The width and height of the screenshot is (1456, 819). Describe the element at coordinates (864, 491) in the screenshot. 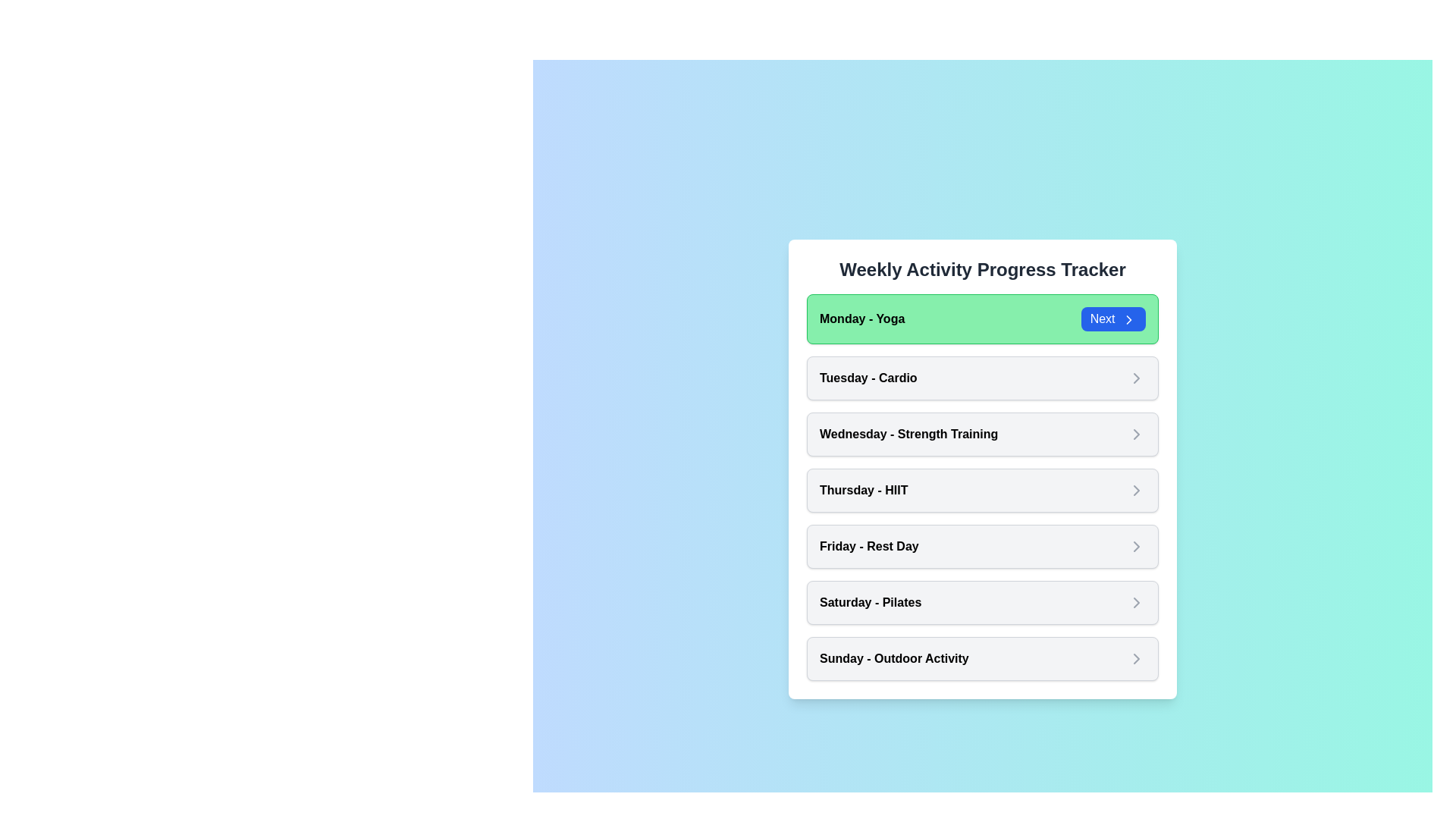

I see `the text label that indicates the scheduled activity for Thursday, which is 'HIIT', located in the fourth item of the vertically-stacked list of activities` at that location.